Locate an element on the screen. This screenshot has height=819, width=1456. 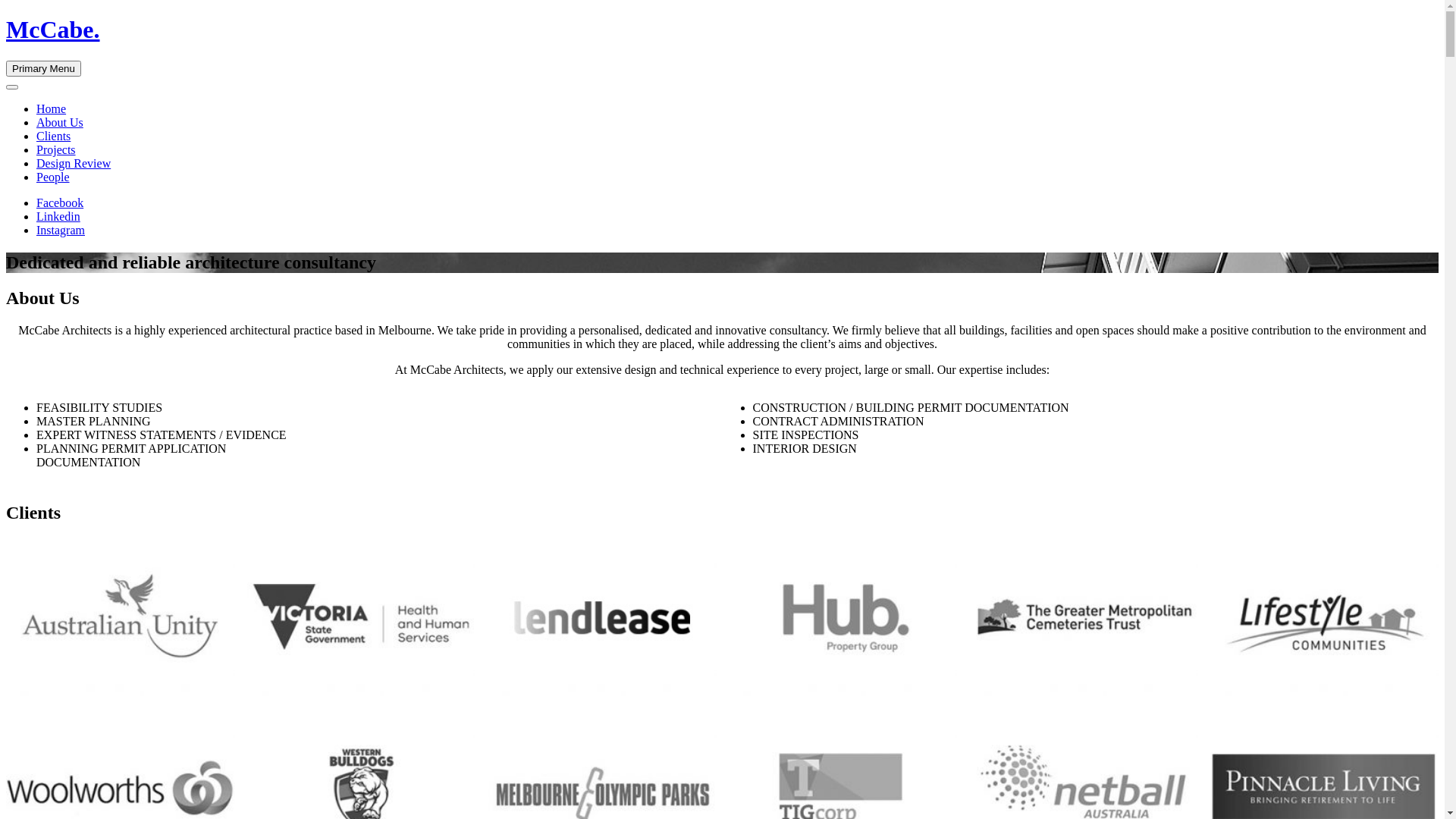
'Facebook' is located at coordinates (59, 202).